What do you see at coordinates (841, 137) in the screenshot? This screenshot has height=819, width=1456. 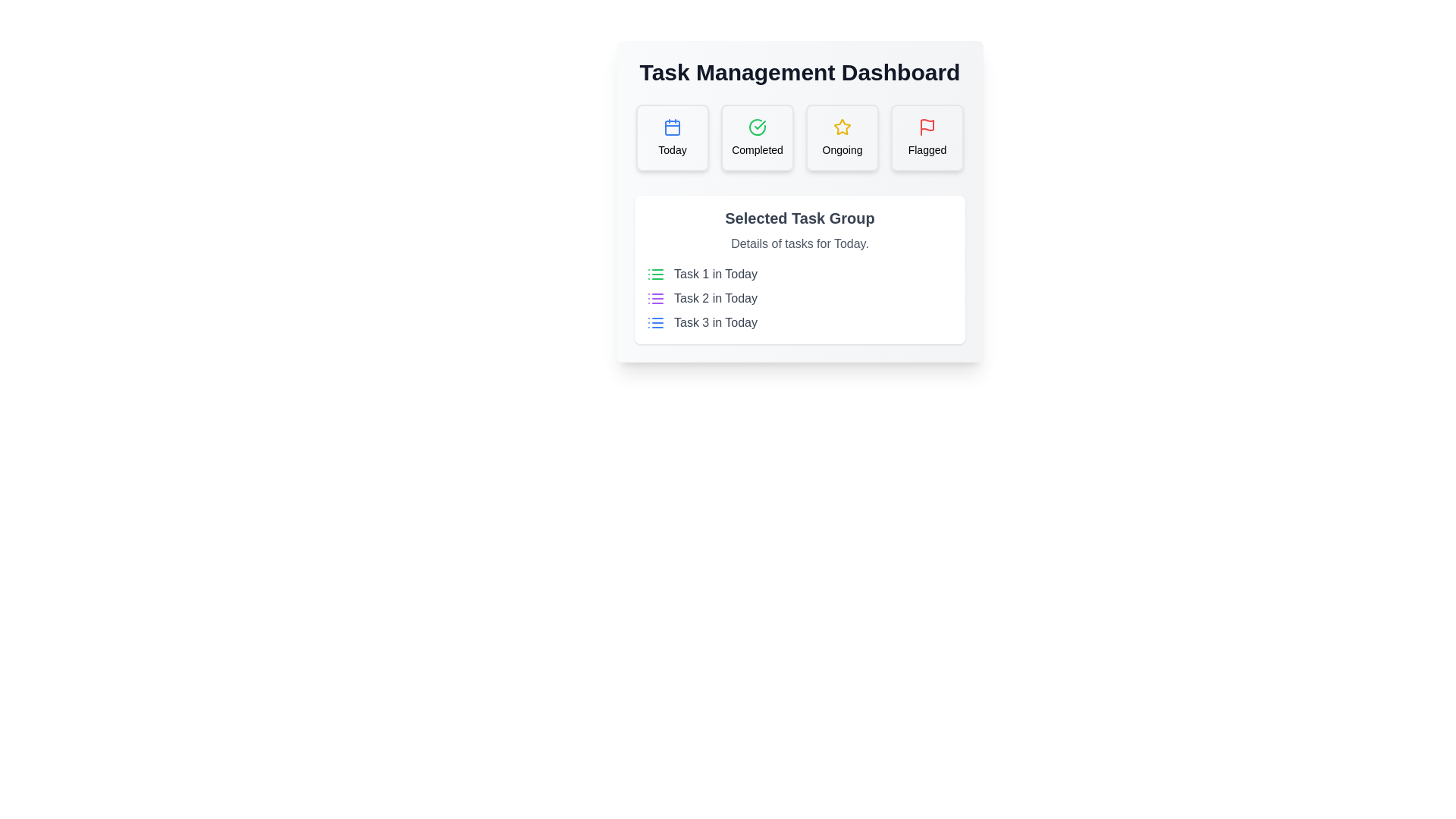 I see `the 'Ongoing' button, which is a rectangular button with a white background and a yellow outlined star icon` at bounding box center [841, 137].